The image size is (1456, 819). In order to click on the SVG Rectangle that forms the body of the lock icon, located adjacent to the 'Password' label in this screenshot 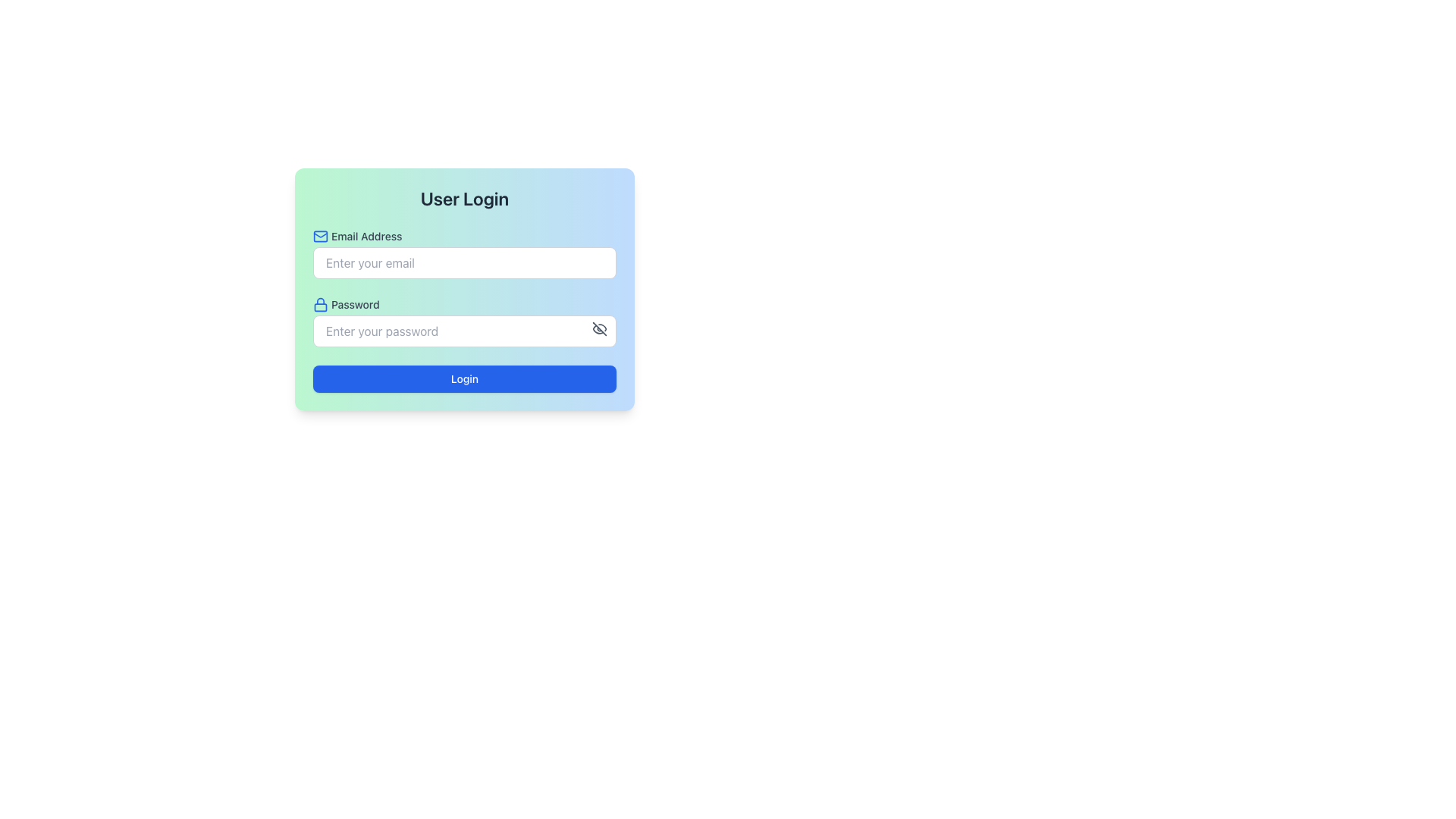, I will do `click(319, 307)`.